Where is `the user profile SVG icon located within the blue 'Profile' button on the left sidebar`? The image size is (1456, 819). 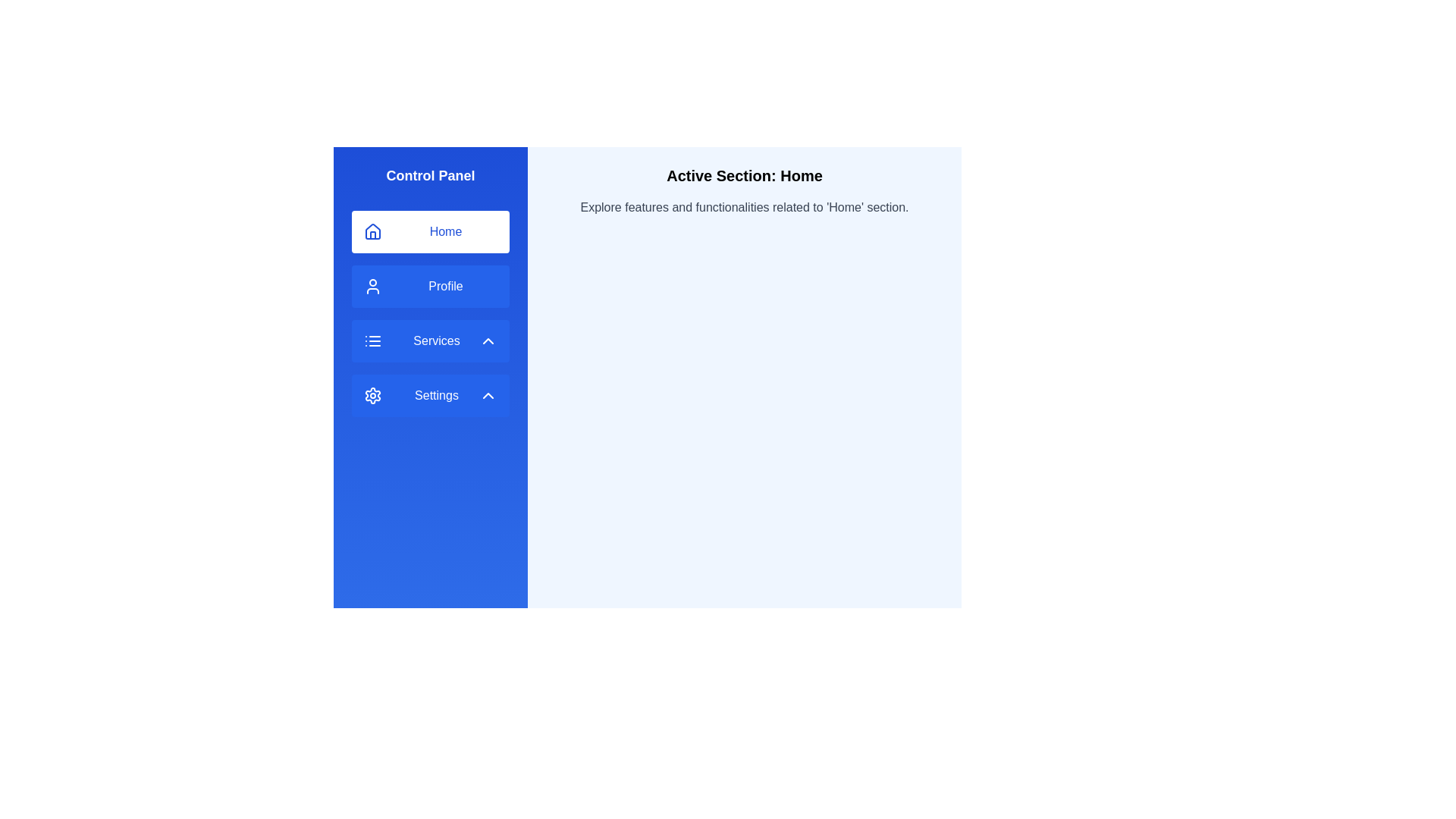 the user profile SVG icon located within the blue 'Profile' button on the left sidebar is located at coordinates (372, 287).